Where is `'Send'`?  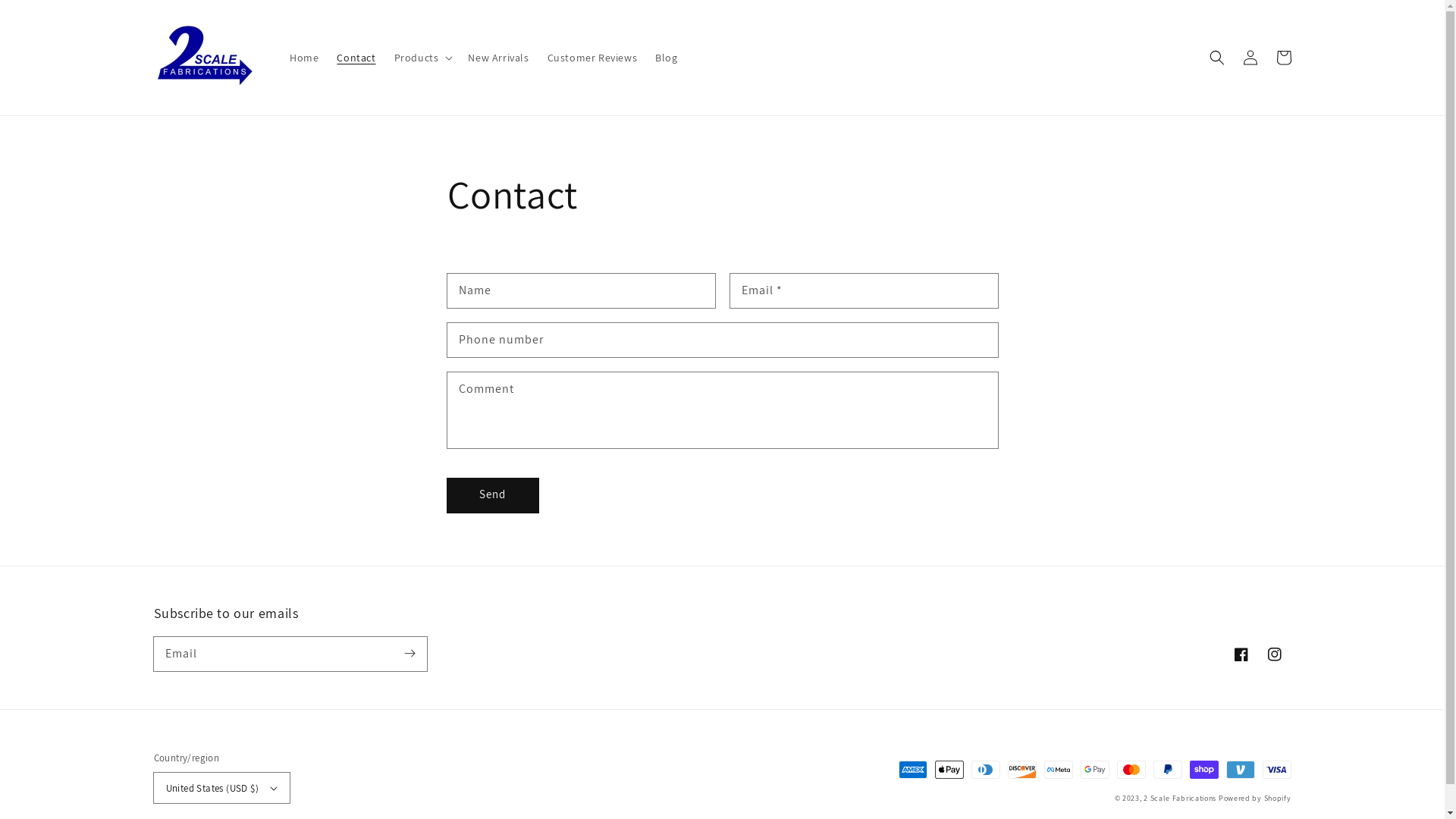 'Send' is located at coordinates (492, 495).